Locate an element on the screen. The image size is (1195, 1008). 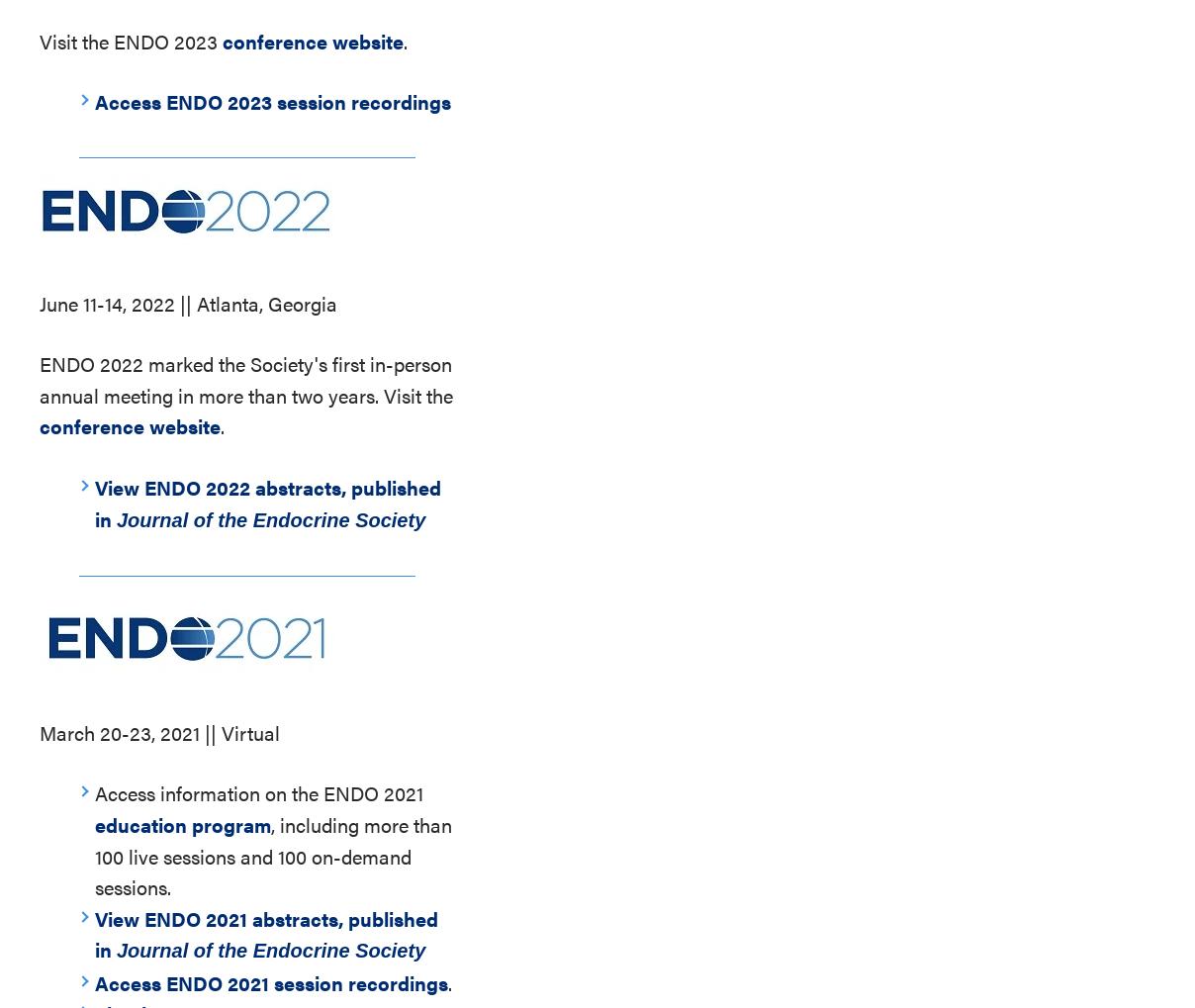
'Access ENDO 2021 session recordings' is located at coordinates (94, 981).